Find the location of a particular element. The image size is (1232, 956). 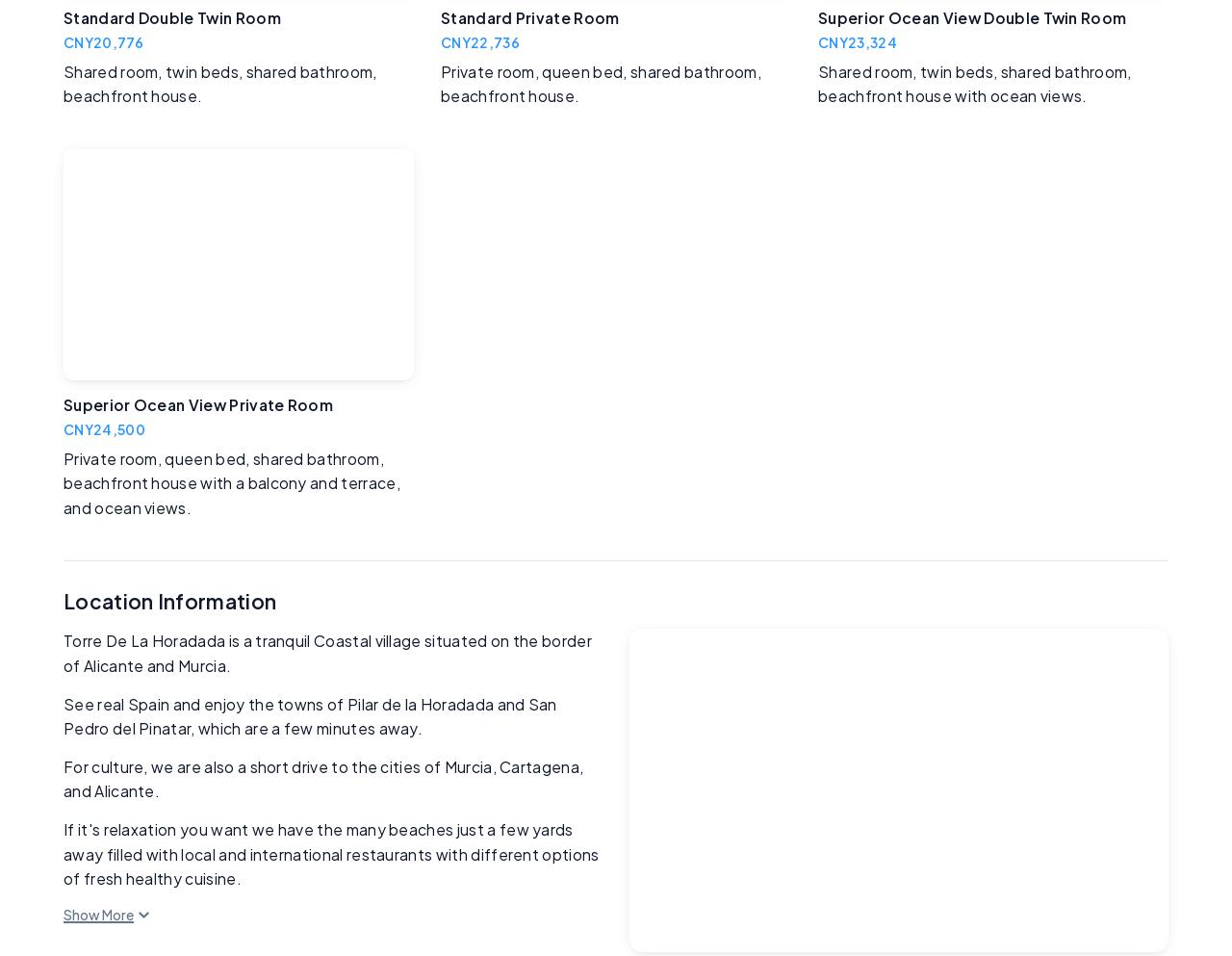

'Shared room, twin beds, shared bathroom, beachfront house.' is located at coordinates (219, 82).